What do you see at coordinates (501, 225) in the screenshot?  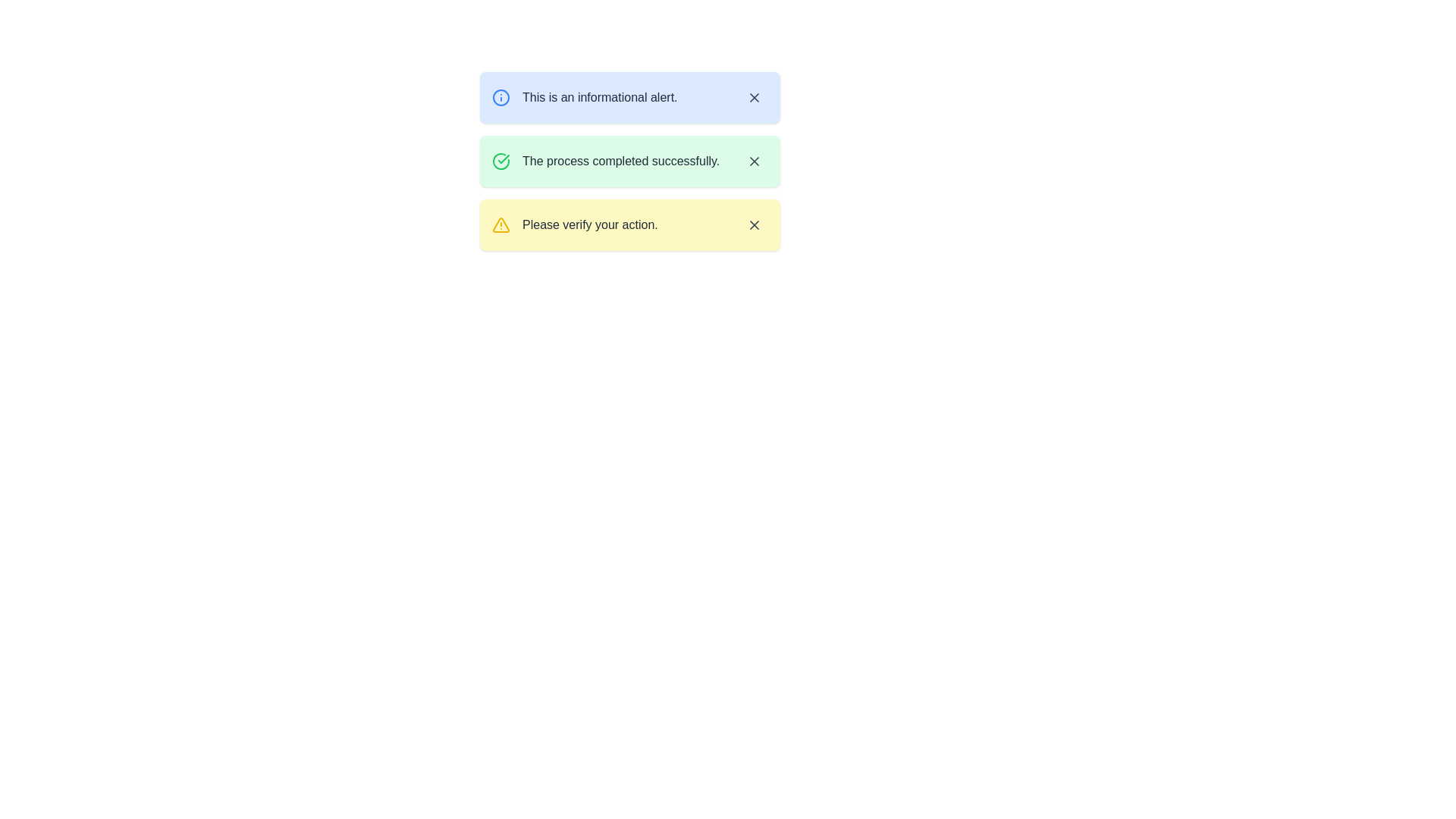 I see `the triangular warning icon with a yellow border, indicating an alert or caution, located next to the text 'Please verify your action.'` at bounding box center [501, 225].